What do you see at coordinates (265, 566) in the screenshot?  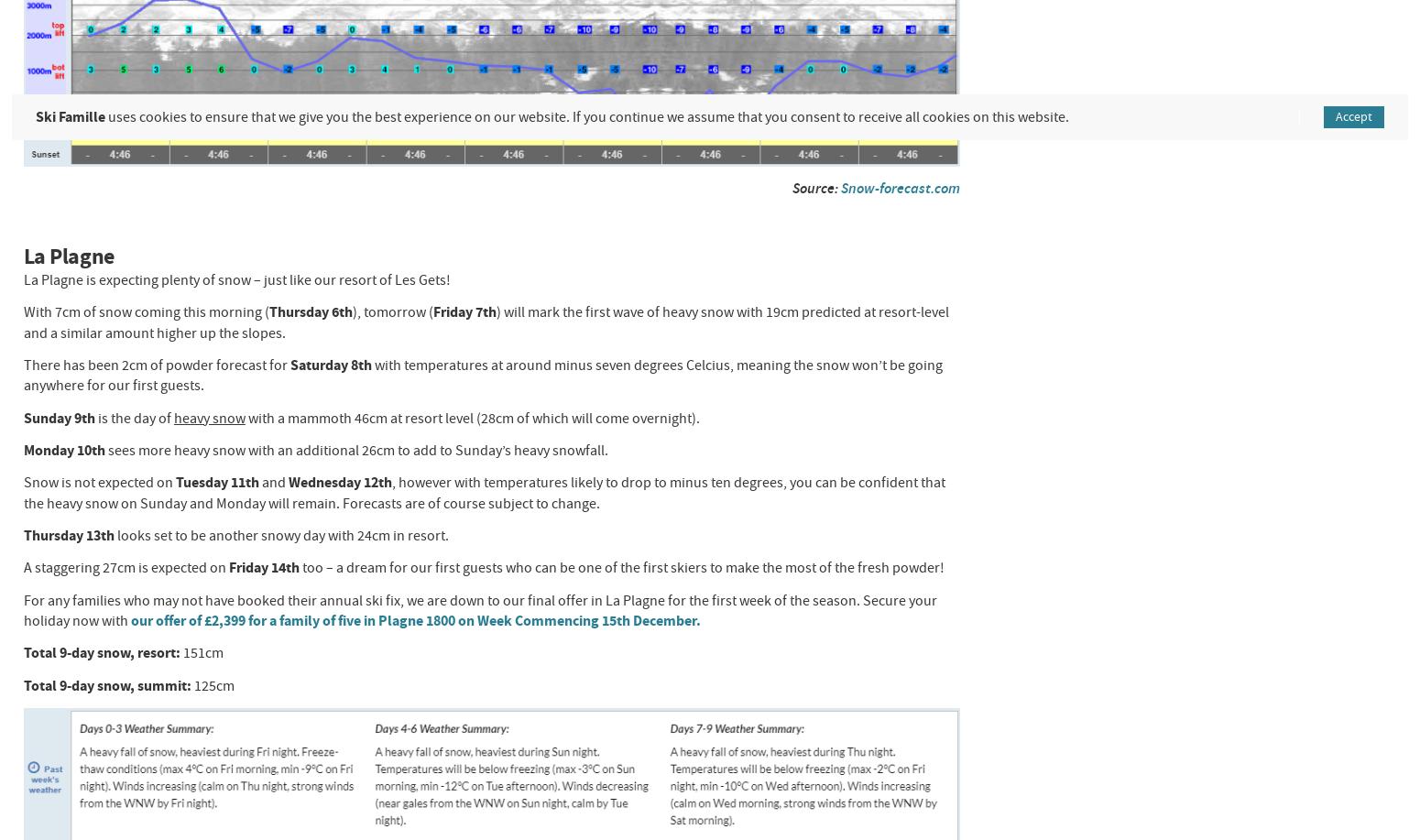 I see `'Friday 14th'` at bounding box center [265, 566].